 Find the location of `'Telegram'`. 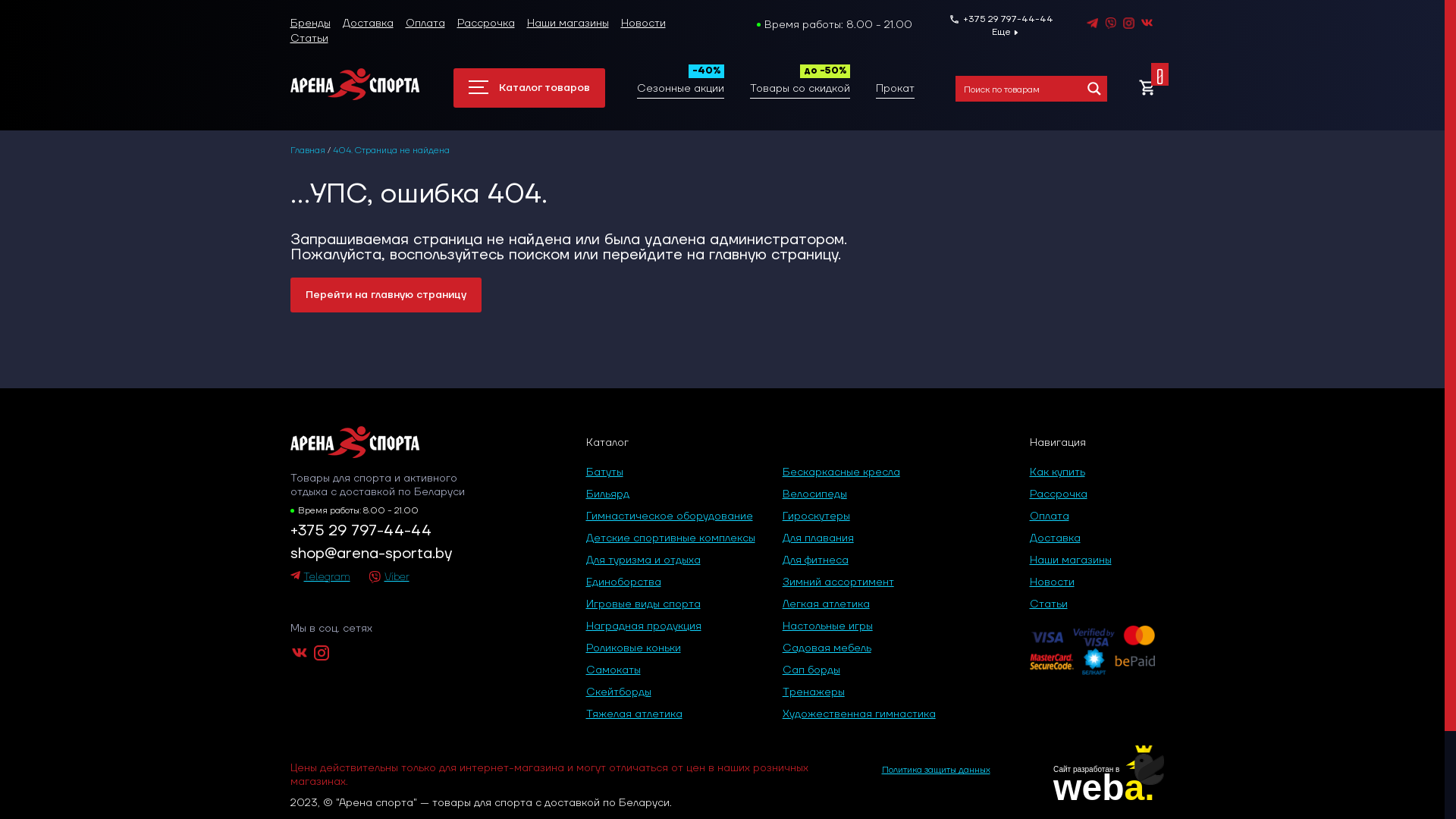

'Telegram' is located at coordinates (318, 577).